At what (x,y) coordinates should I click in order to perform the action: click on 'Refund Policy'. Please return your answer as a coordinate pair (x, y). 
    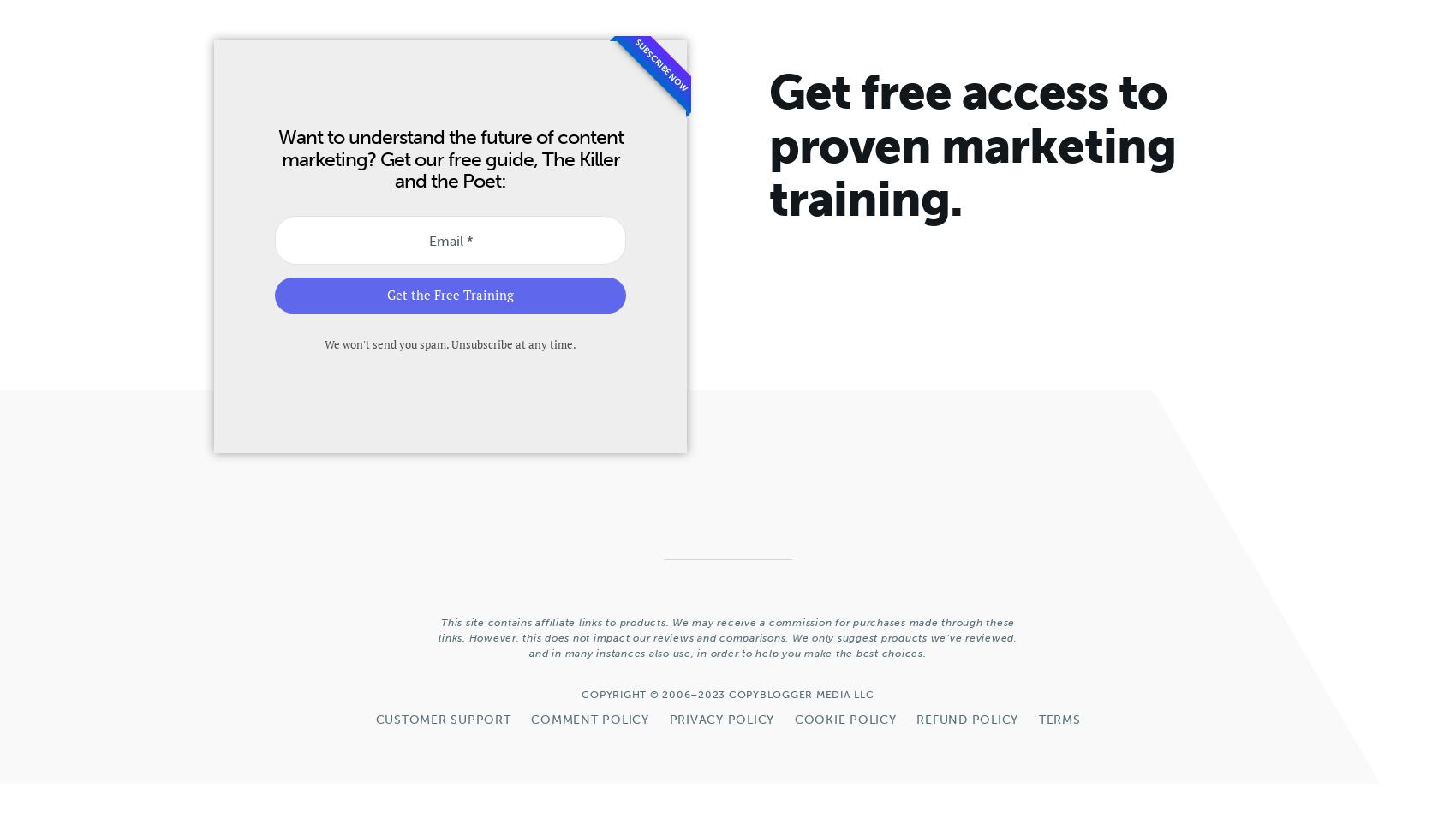
    Looking at the image, I should click on (967, 719).